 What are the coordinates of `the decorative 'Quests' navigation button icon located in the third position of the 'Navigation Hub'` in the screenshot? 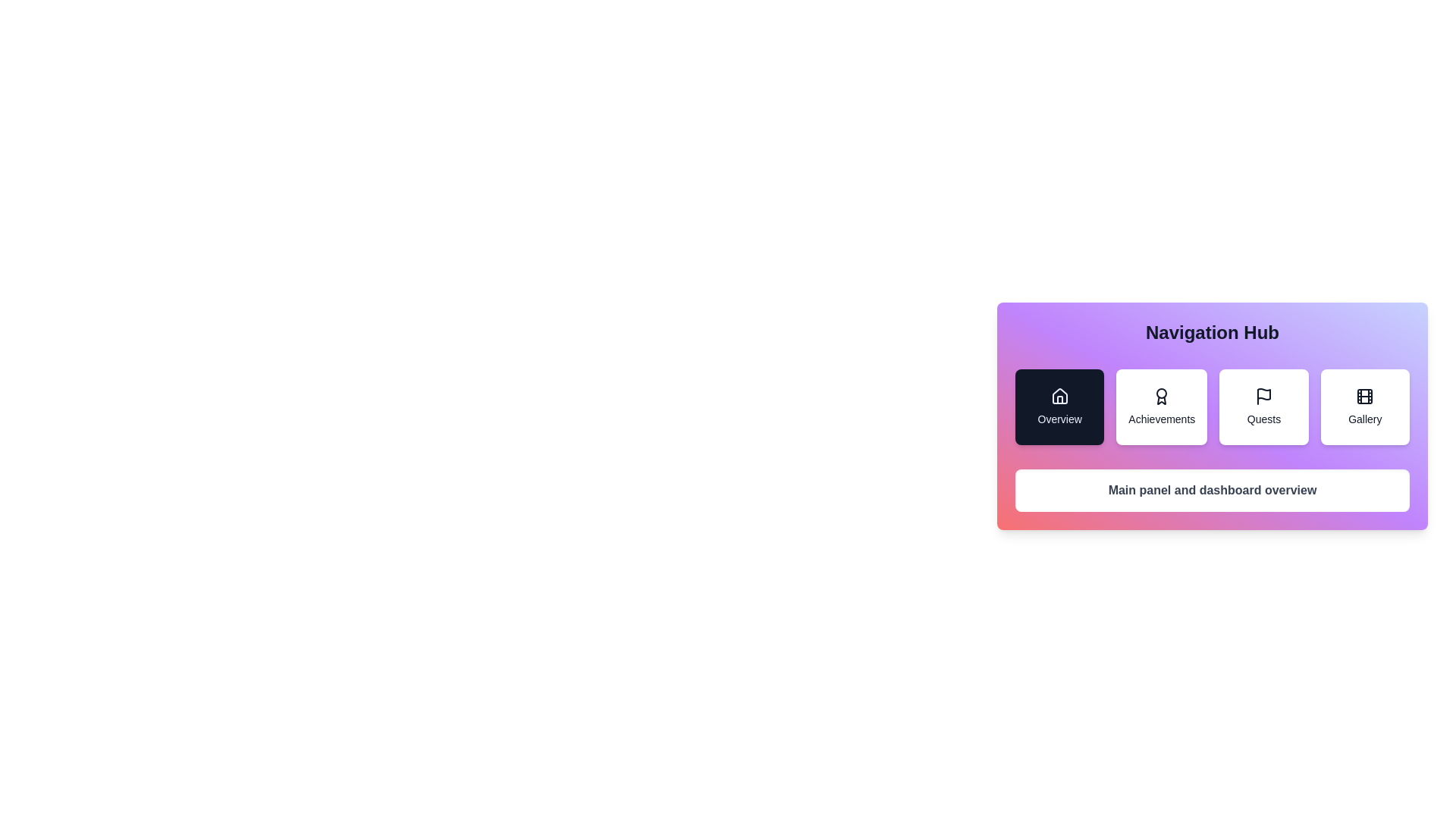 It's located at (1263, 396).